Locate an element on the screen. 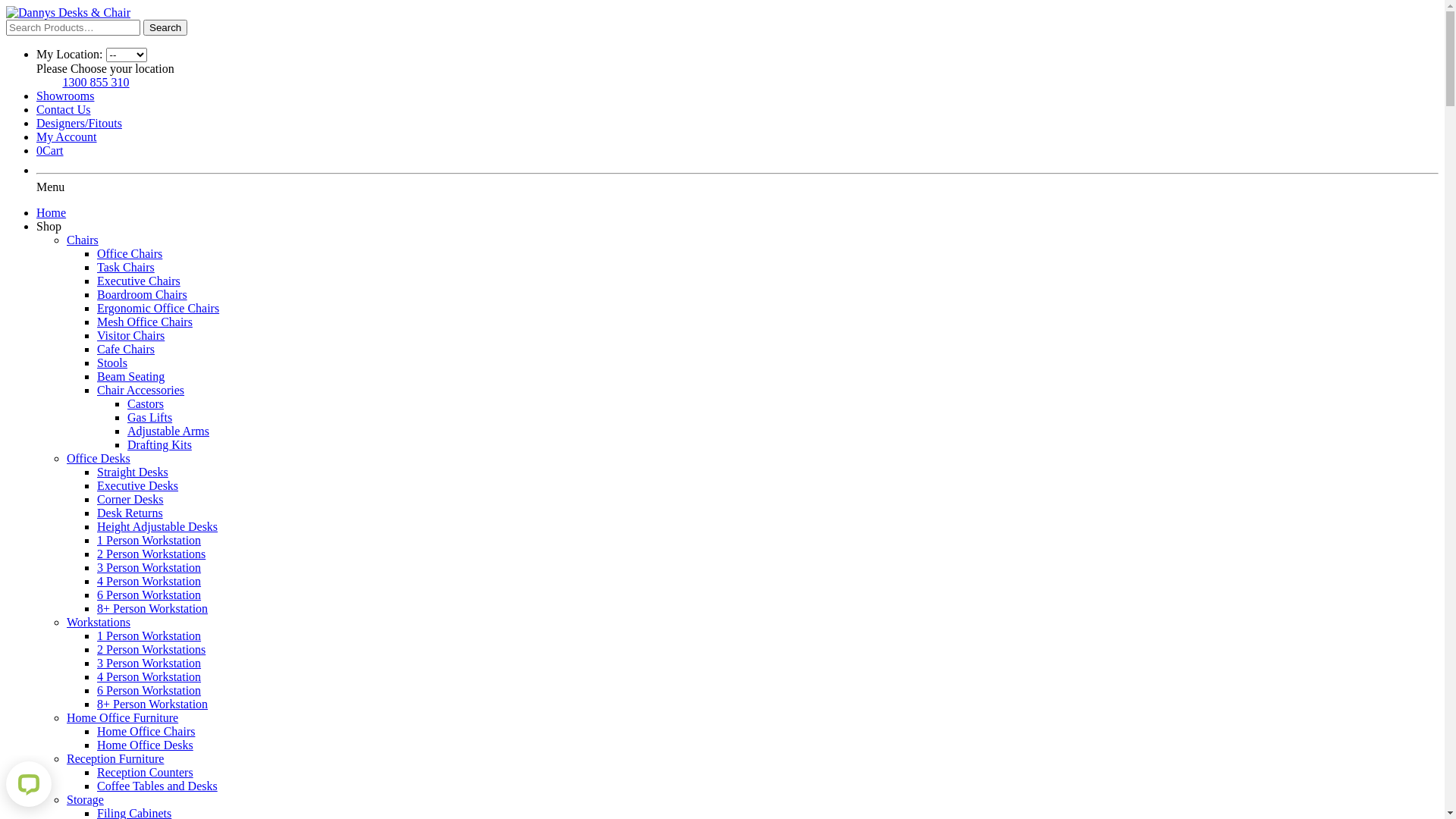  'Chair Accessories' is located at coordinates (140, 389).